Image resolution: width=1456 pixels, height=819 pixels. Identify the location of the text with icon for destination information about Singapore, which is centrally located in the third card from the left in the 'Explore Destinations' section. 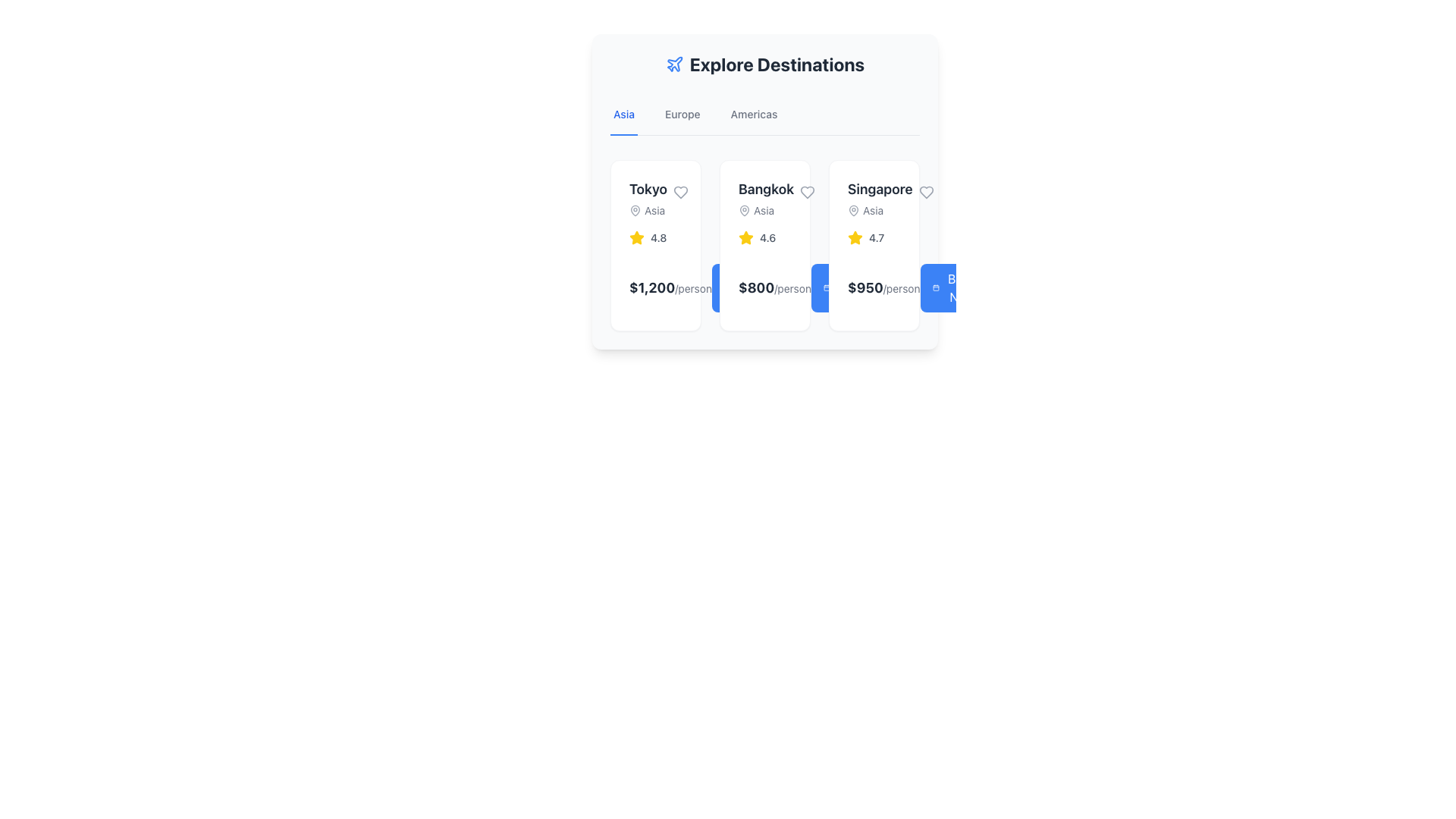
(880, 198).